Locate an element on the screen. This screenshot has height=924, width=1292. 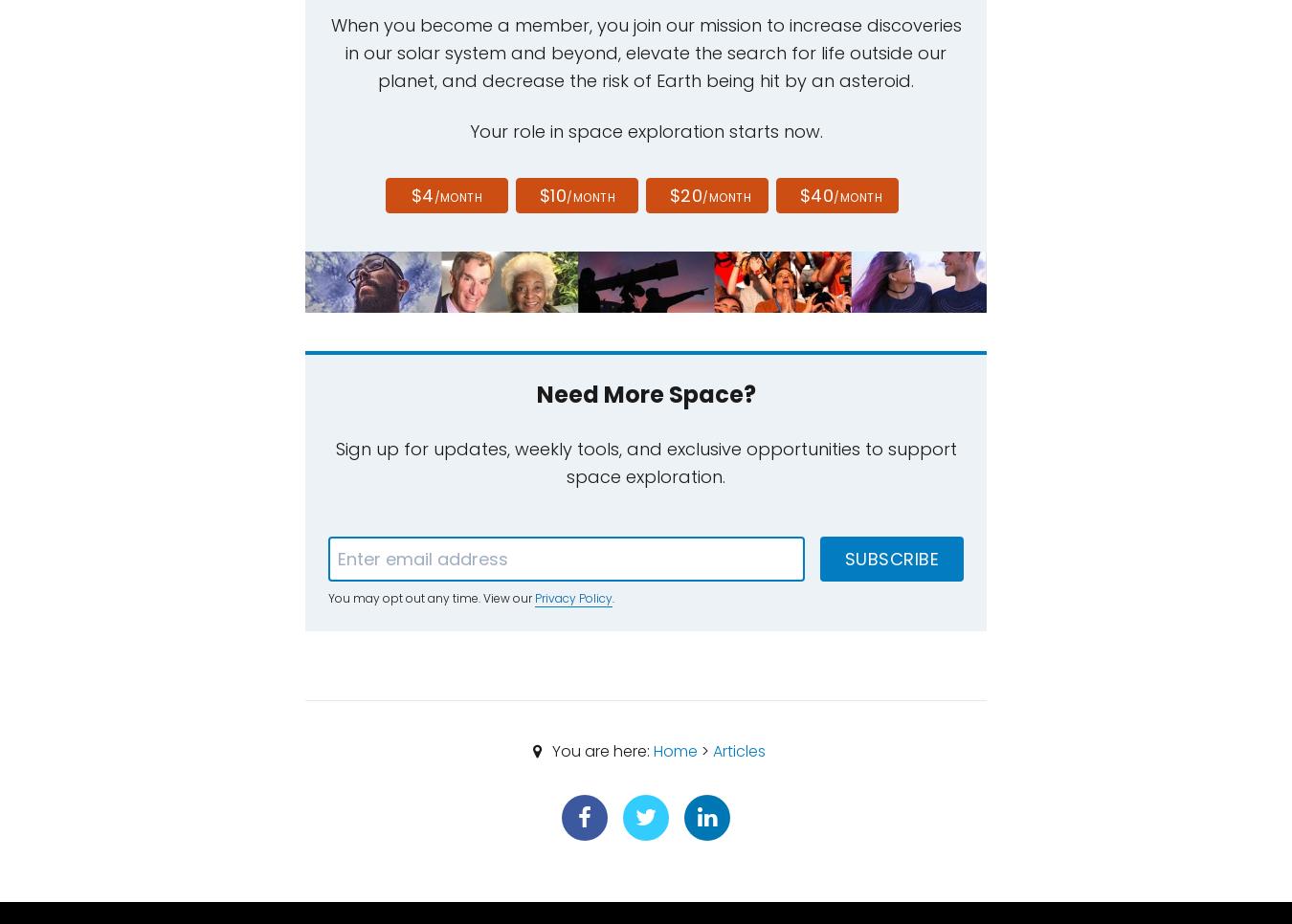
'.' is located at coordinates (613, 597).